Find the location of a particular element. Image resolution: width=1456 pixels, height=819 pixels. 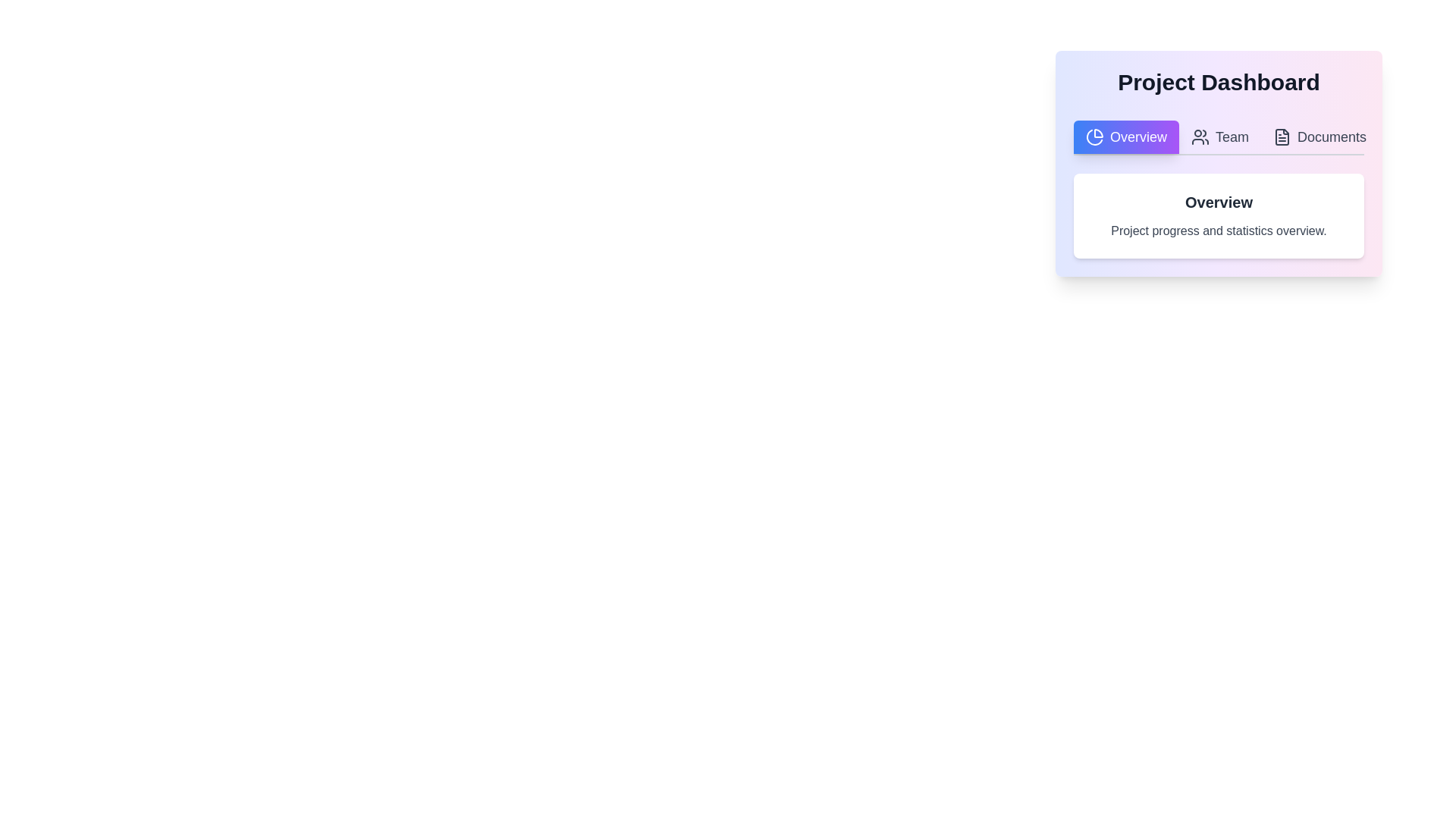

the Documents tab to view its content is located at coordinates (1318, 137).